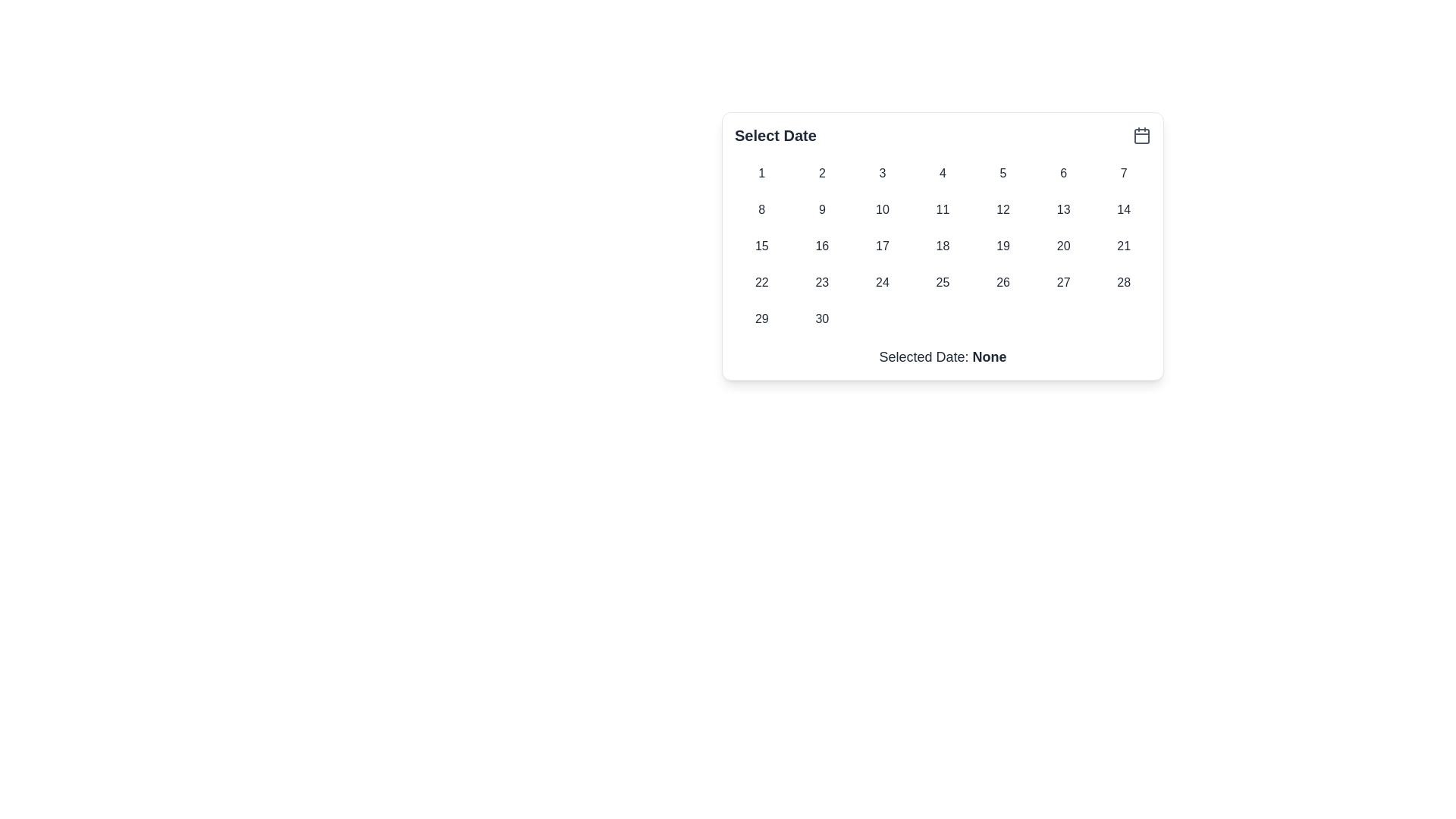 The width and height of the screenshot is (1456, 819). What do you see at coordinates (1062, 283) in the screenshot?
I see `the button labeled '27' in the seventh column of the fourth row of the calendar` at bounding box center [1062, 283].